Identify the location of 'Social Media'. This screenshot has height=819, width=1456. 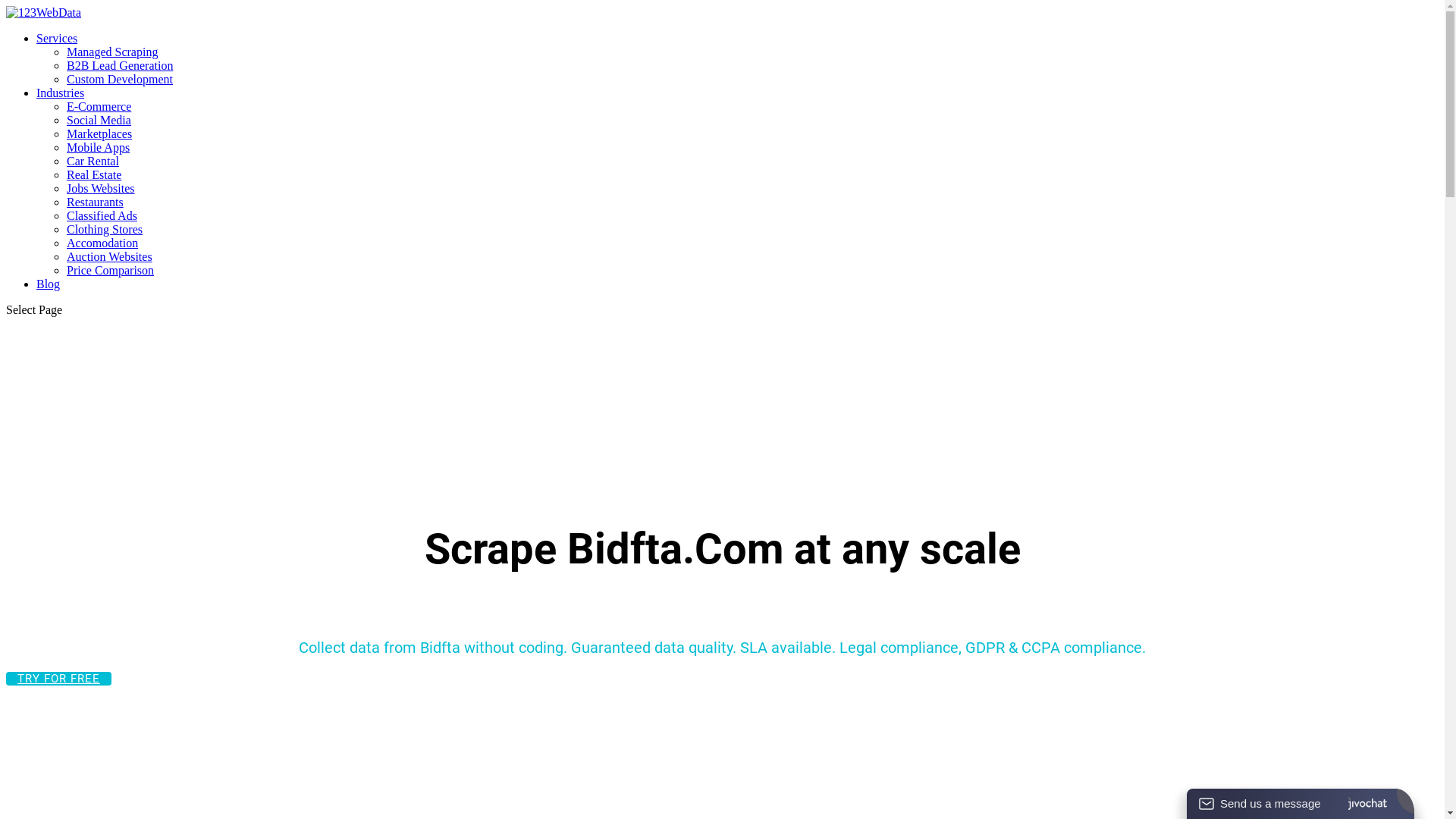
(98, 119).